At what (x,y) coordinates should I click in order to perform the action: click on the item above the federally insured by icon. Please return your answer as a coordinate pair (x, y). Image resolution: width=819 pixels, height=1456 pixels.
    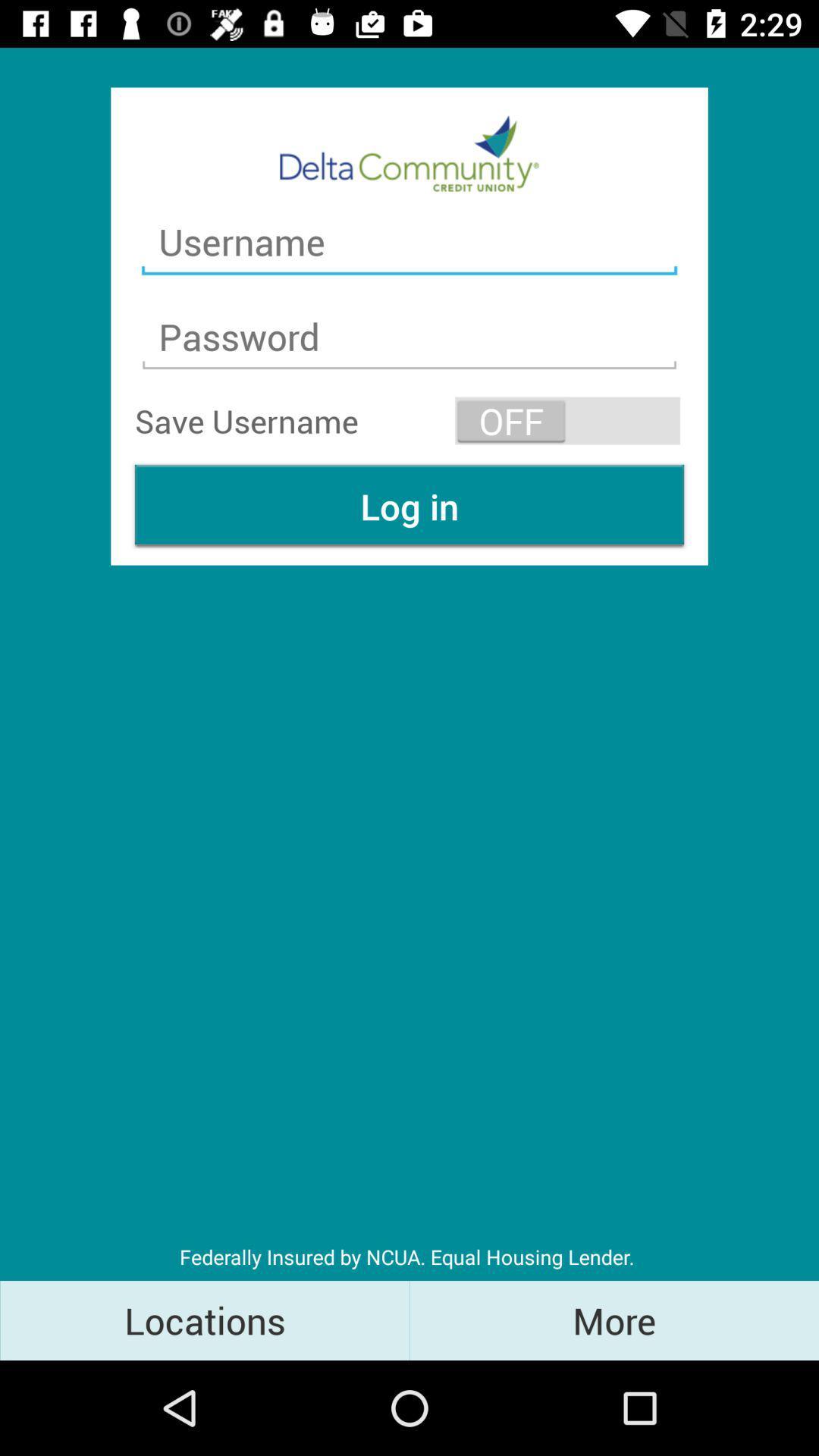
    Looking at the image, I should click on (409, 506).